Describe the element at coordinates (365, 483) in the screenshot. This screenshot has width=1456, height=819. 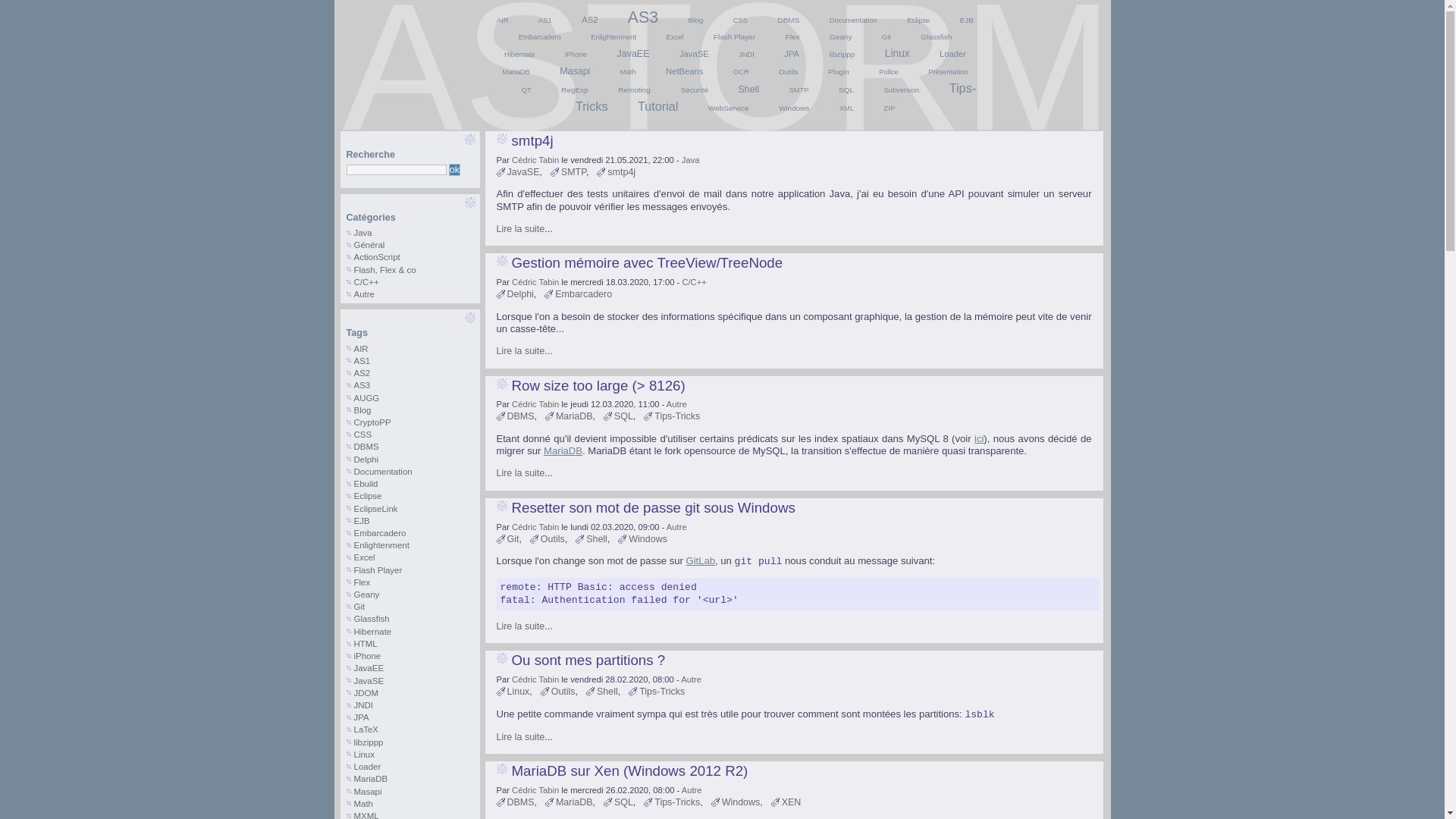
I see `'Ebuild'` at that location.